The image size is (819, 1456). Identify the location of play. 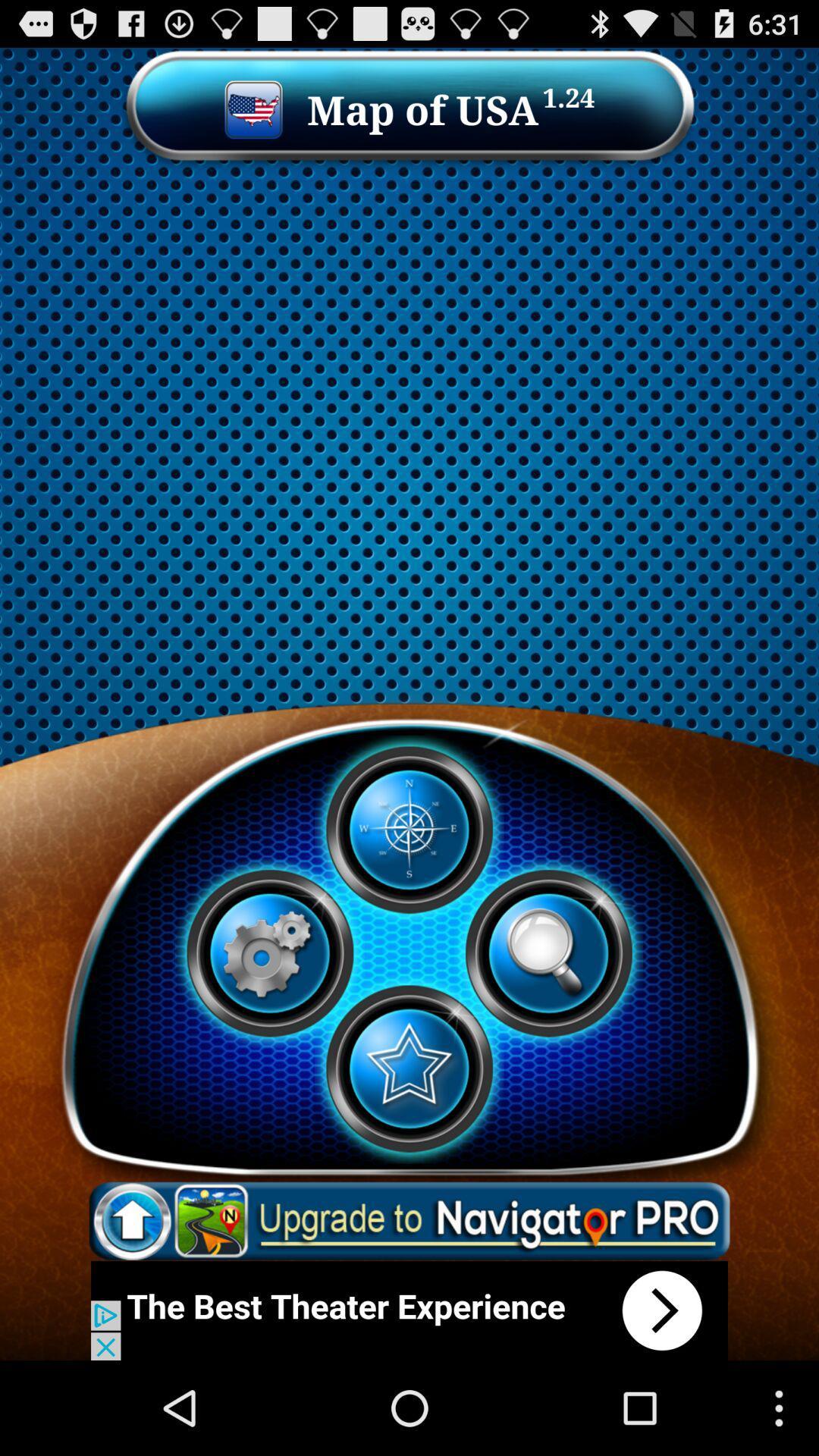
(548, 952).